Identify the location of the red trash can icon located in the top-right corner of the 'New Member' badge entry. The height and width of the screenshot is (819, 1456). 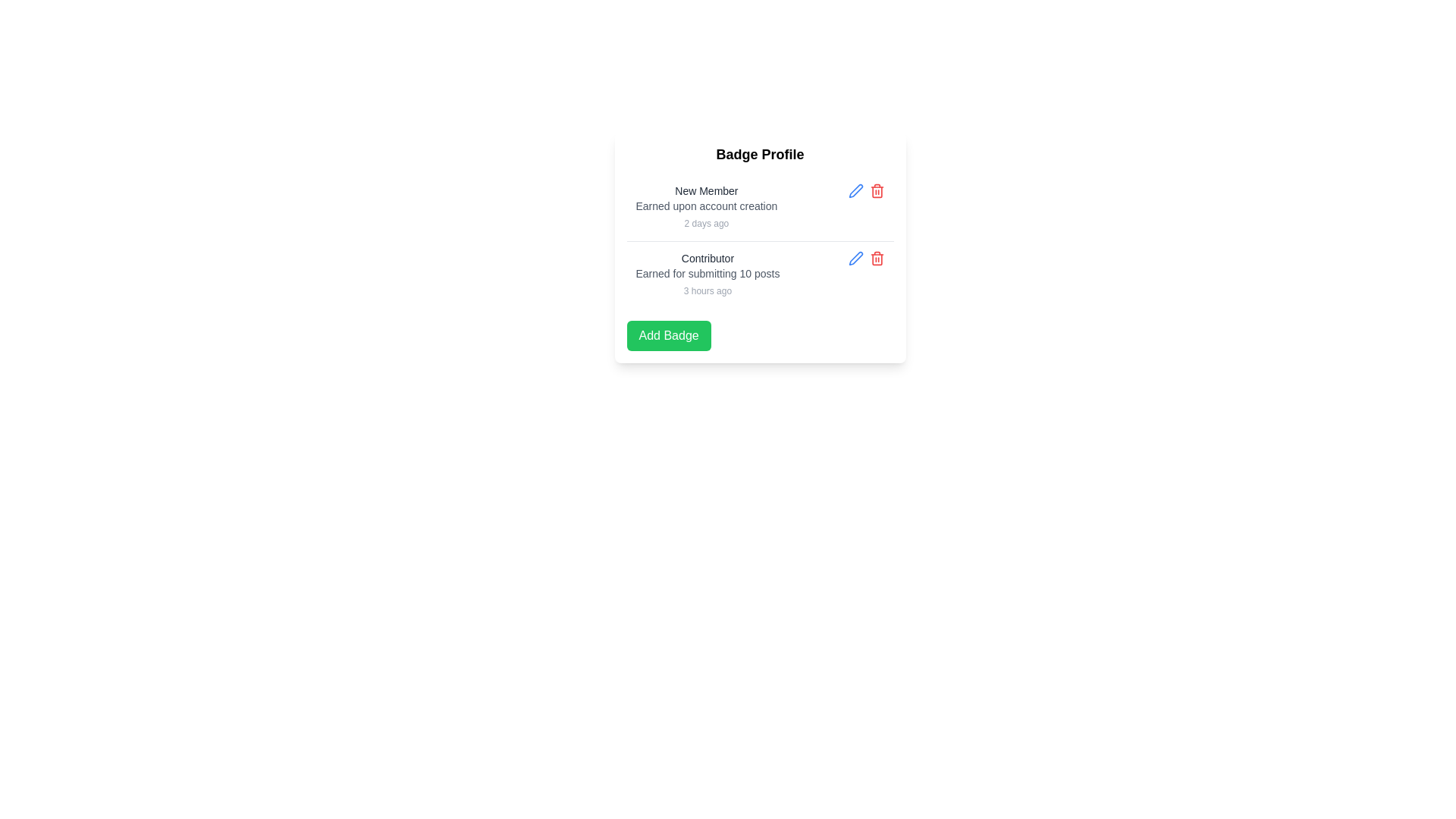
(866, 190).